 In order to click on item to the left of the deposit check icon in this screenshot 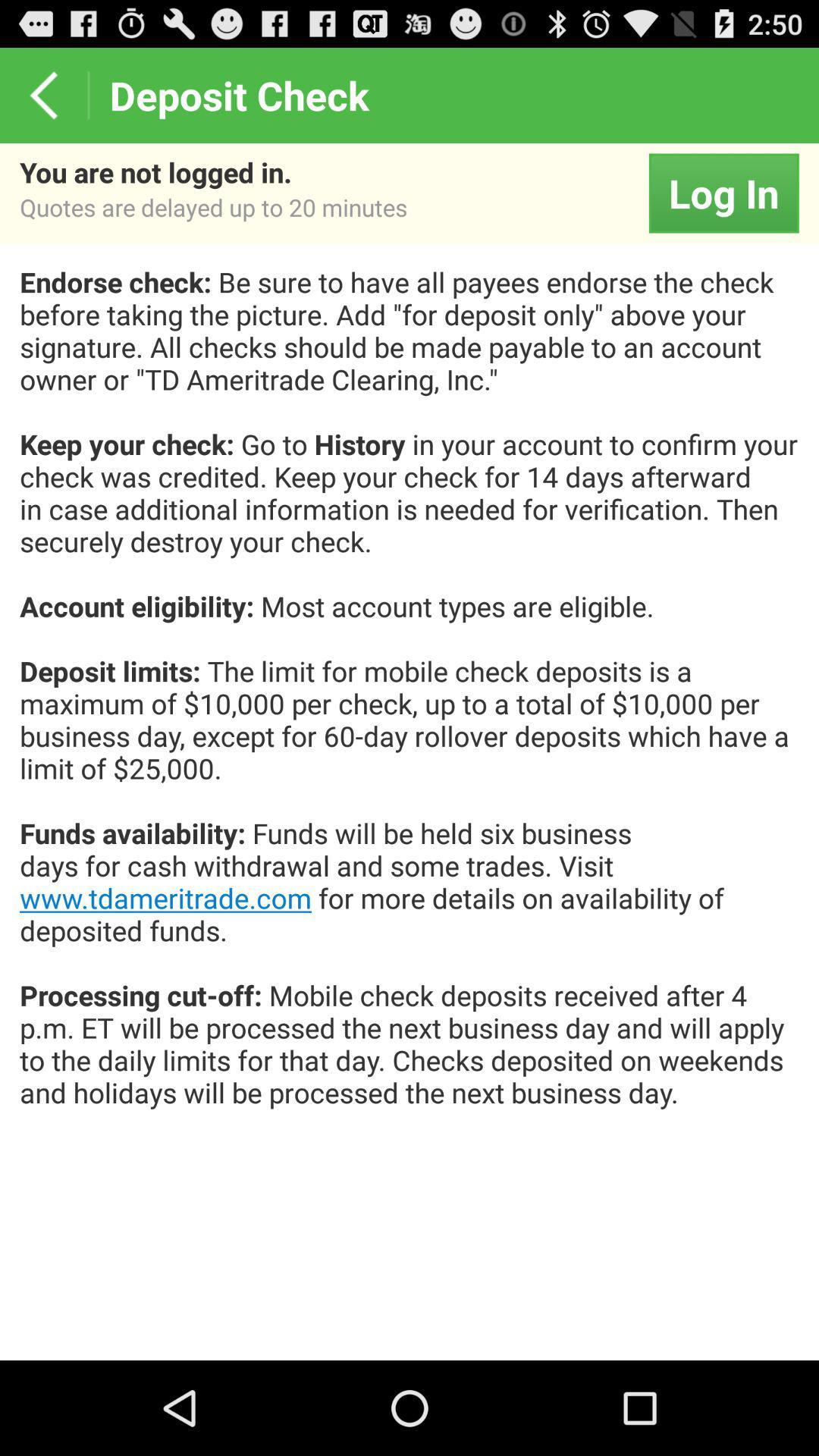, I will do `click(42, 94)`.